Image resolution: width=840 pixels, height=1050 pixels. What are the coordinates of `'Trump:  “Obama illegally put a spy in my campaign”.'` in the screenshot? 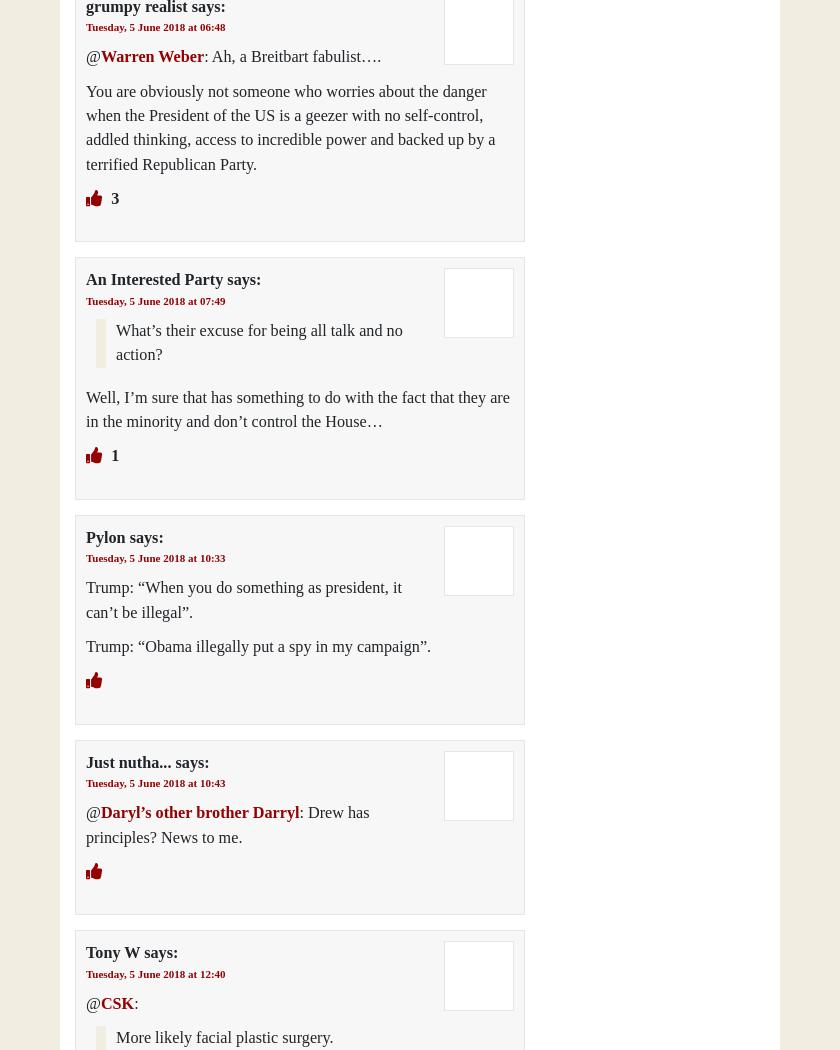 It's located at (86, 644).